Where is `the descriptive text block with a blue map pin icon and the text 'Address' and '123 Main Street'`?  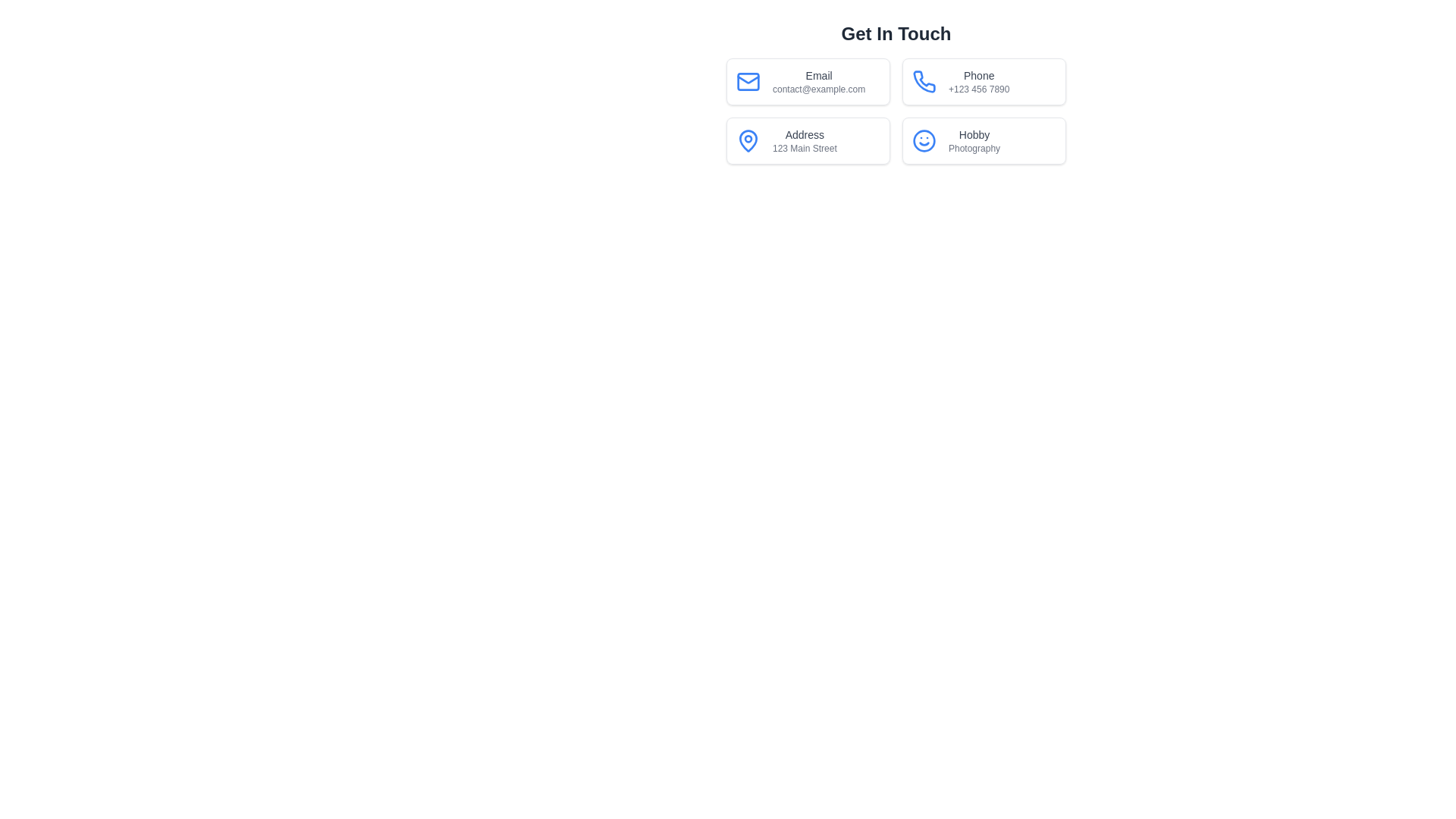
the descriptive text block with a blue map pin icon and the text 'Address' and '123 Main Street' is located at coordinates (807, 140).